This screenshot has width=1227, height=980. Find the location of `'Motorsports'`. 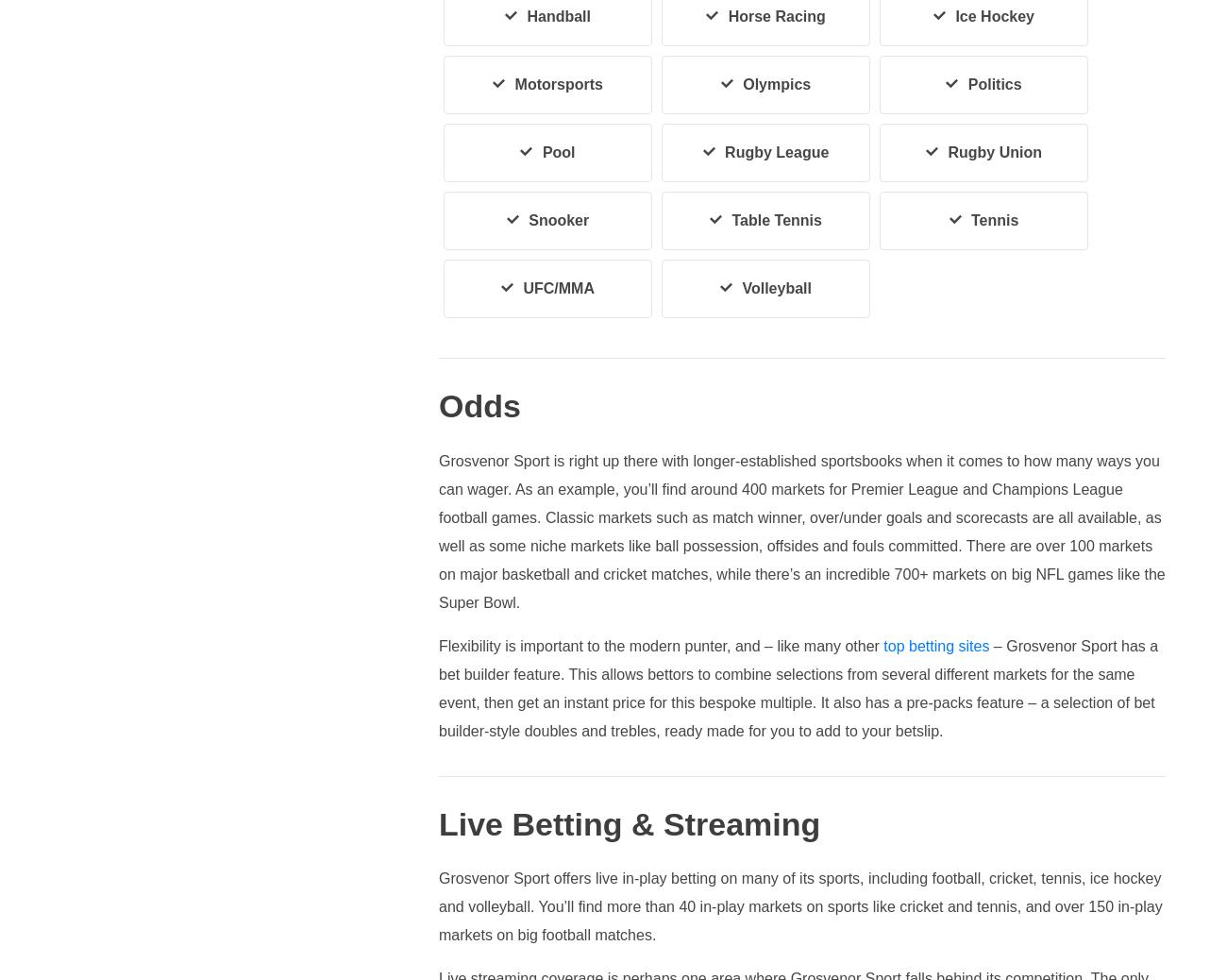

'Motorsports' is located at coordinates (557, 83).